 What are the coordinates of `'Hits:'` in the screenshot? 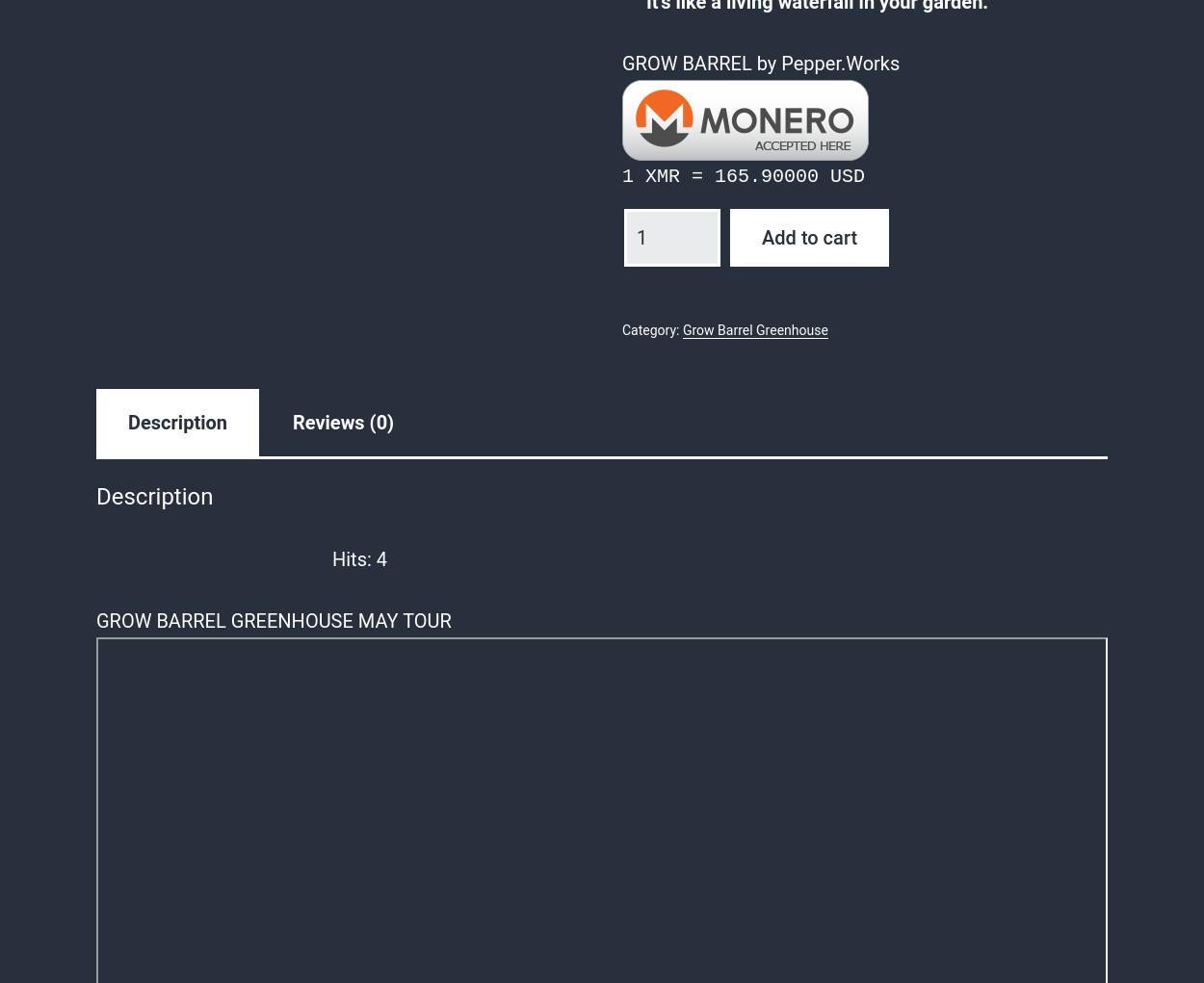 It's located at (350, 557).